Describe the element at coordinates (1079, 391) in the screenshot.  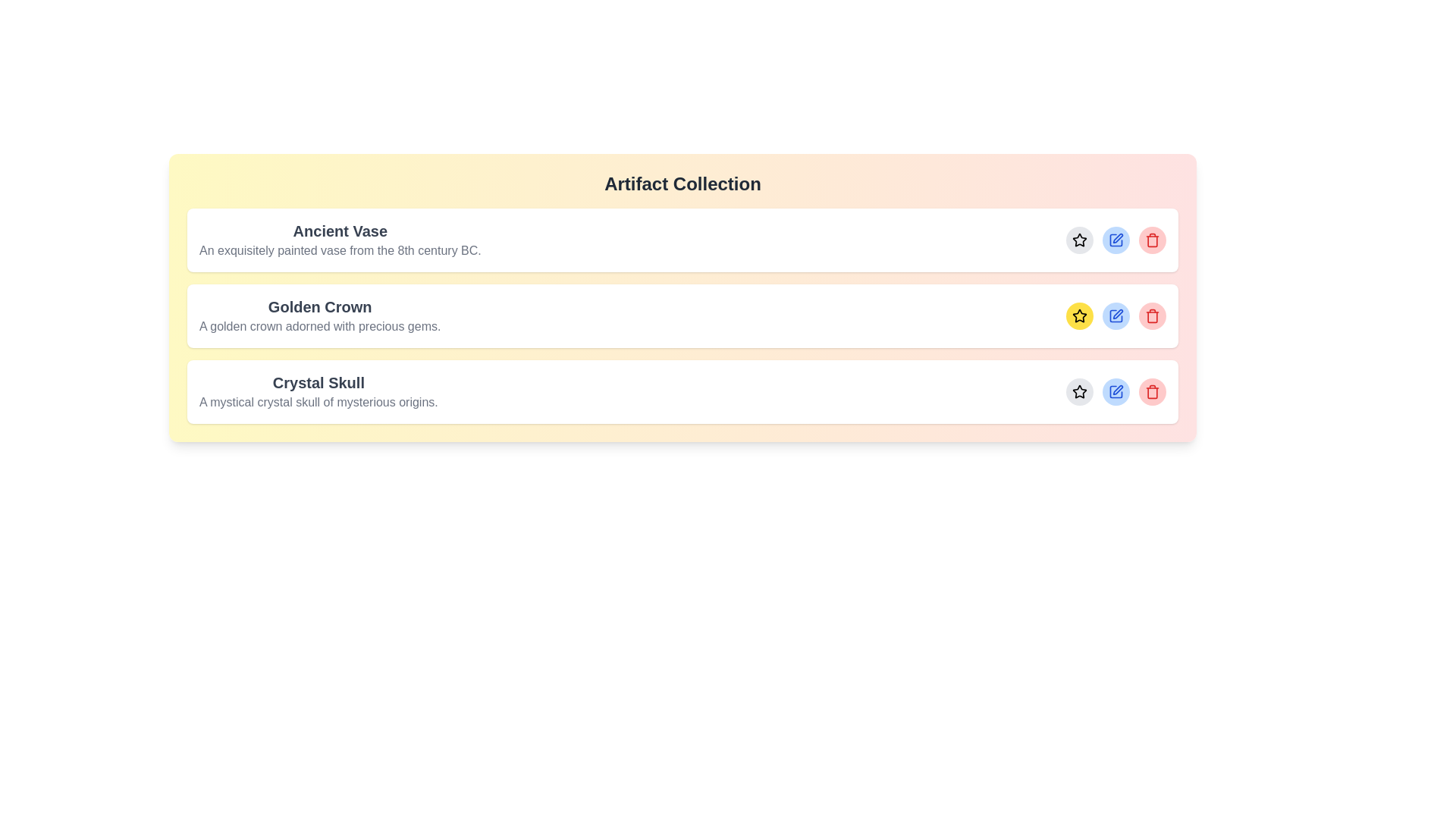
I see `the star button corresponding to the artifact named Crystal Skull to toggle its 'like' status` at that location.